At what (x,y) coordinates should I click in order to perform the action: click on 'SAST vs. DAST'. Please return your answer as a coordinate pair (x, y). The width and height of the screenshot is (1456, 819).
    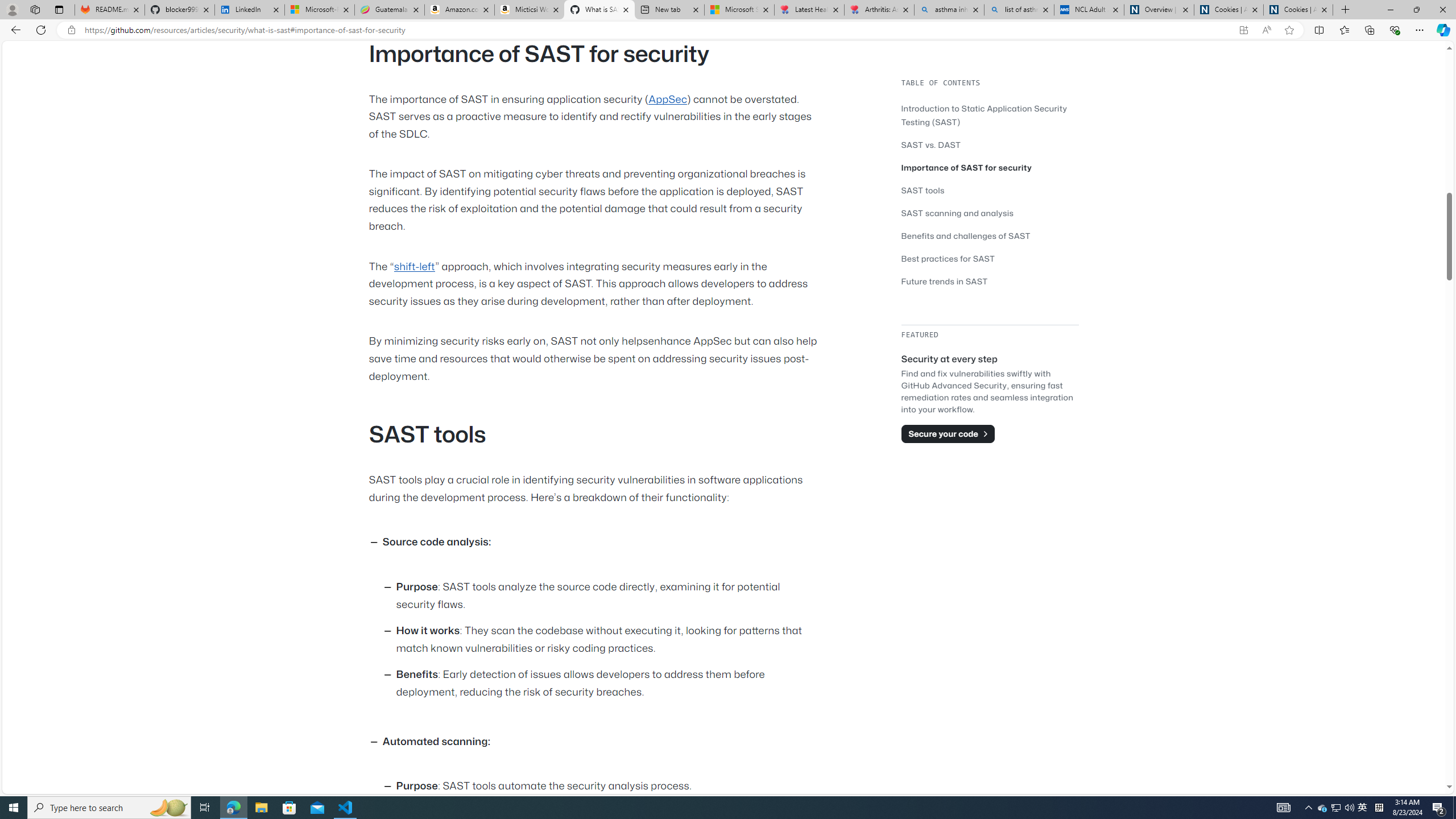
    Looking at the image, I should click on (990, 144).